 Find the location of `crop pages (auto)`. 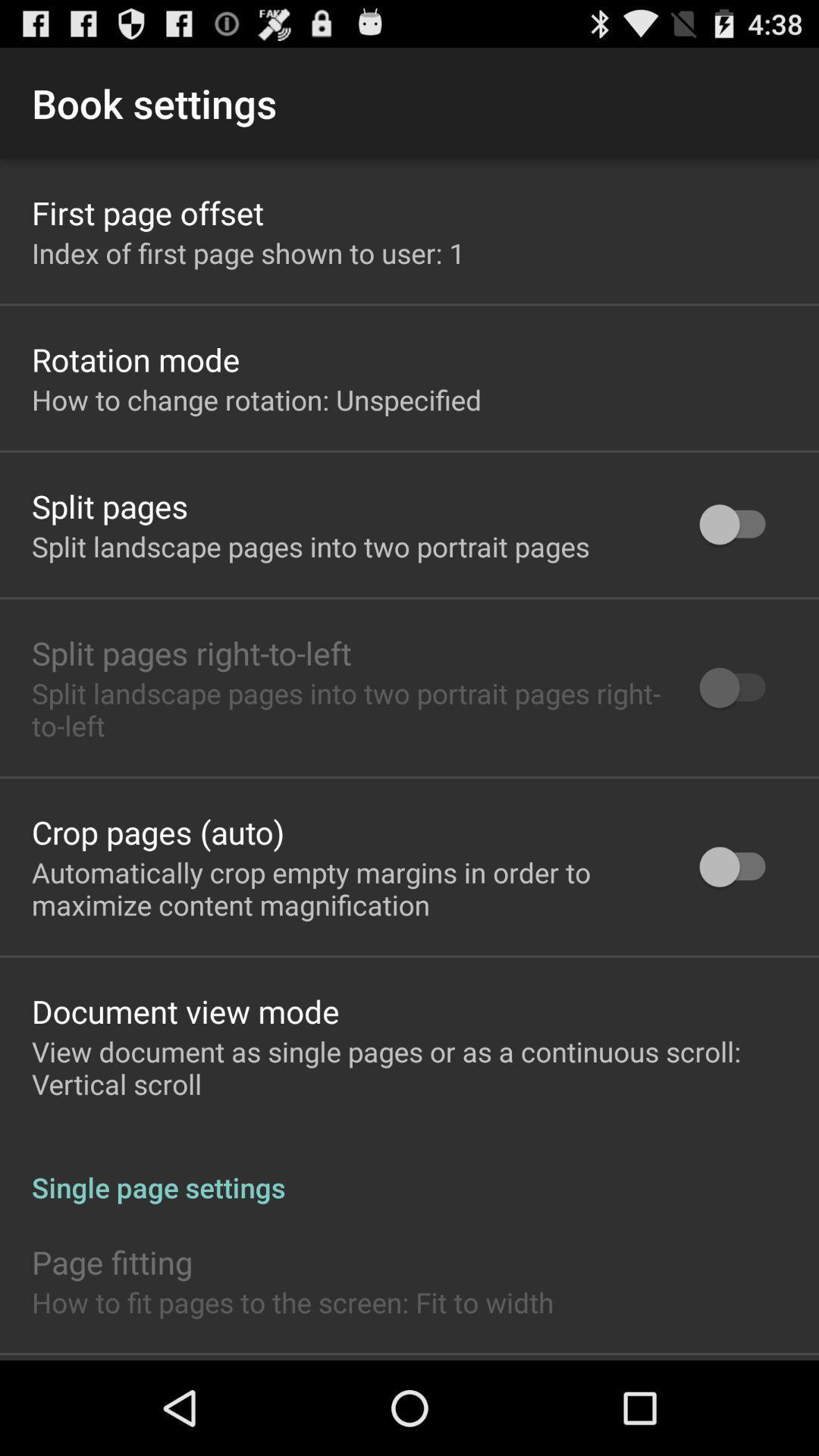

crop pages (auto) is located at coordinates (158, 831).